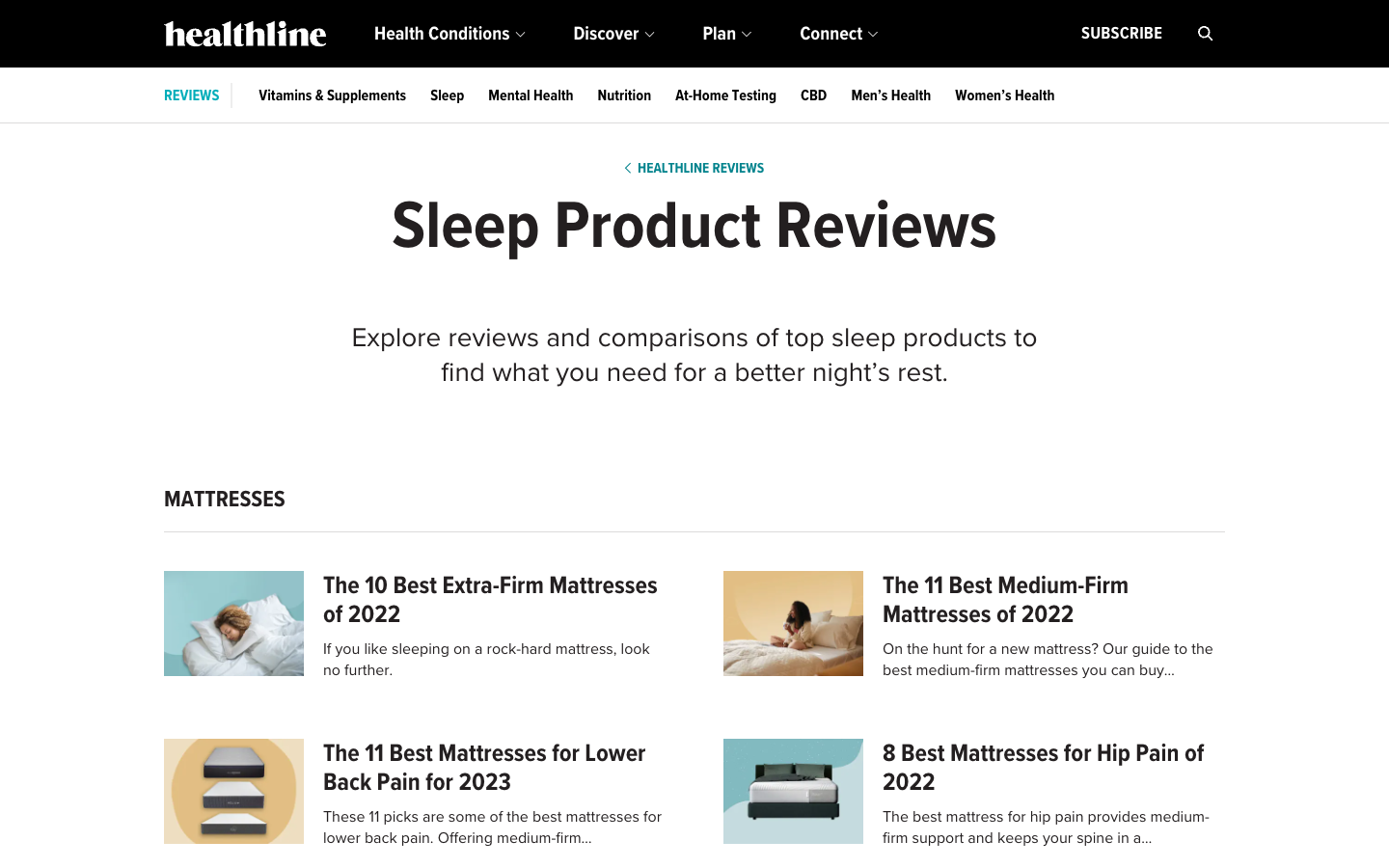 The height and width of the screenshot is (868, 1389). I want to click on Input "mattresses" into the search bar and submit the search, so click(1205, 33).